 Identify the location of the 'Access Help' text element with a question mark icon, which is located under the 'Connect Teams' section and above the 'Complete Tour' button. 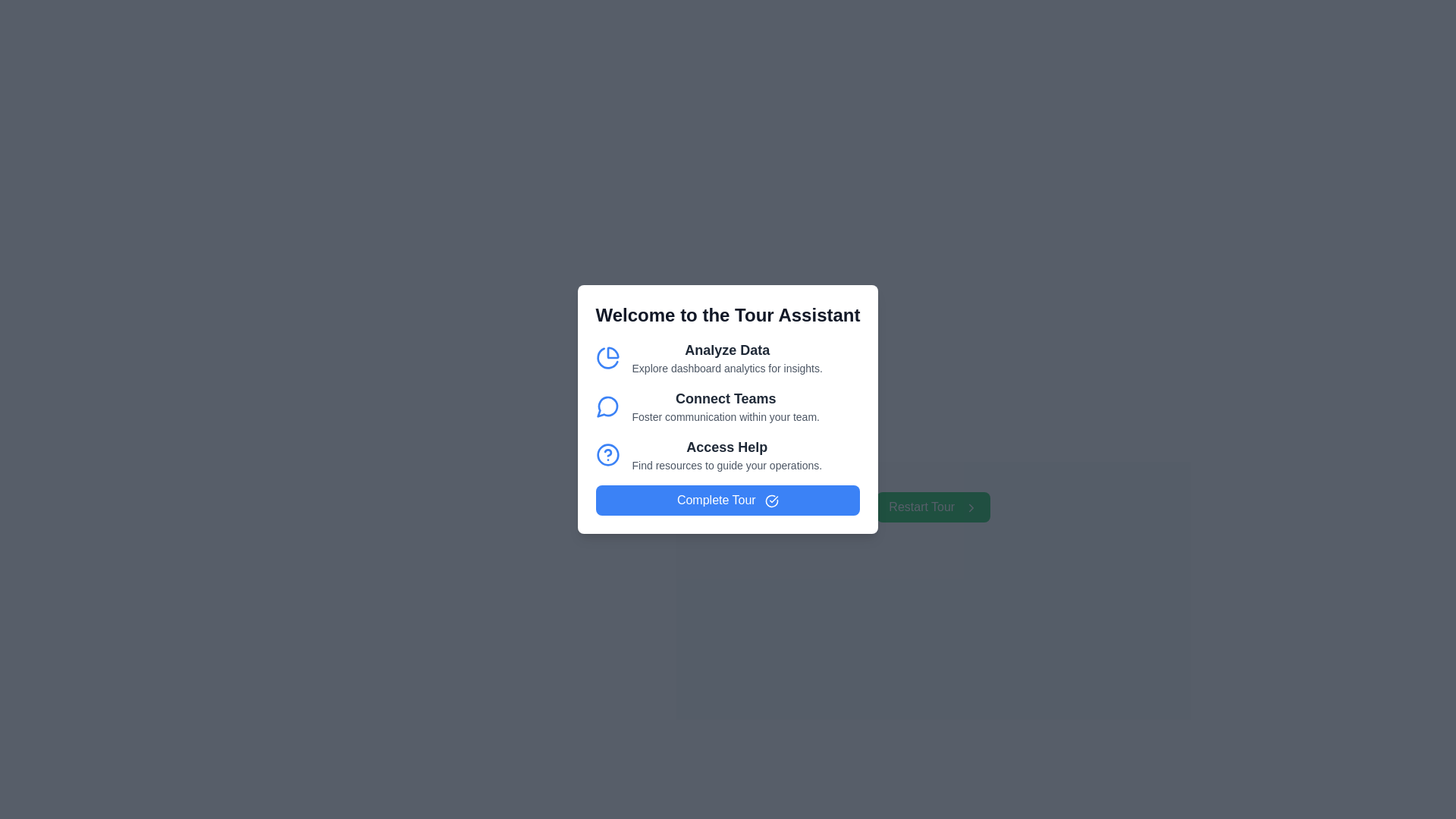
(728, 454).